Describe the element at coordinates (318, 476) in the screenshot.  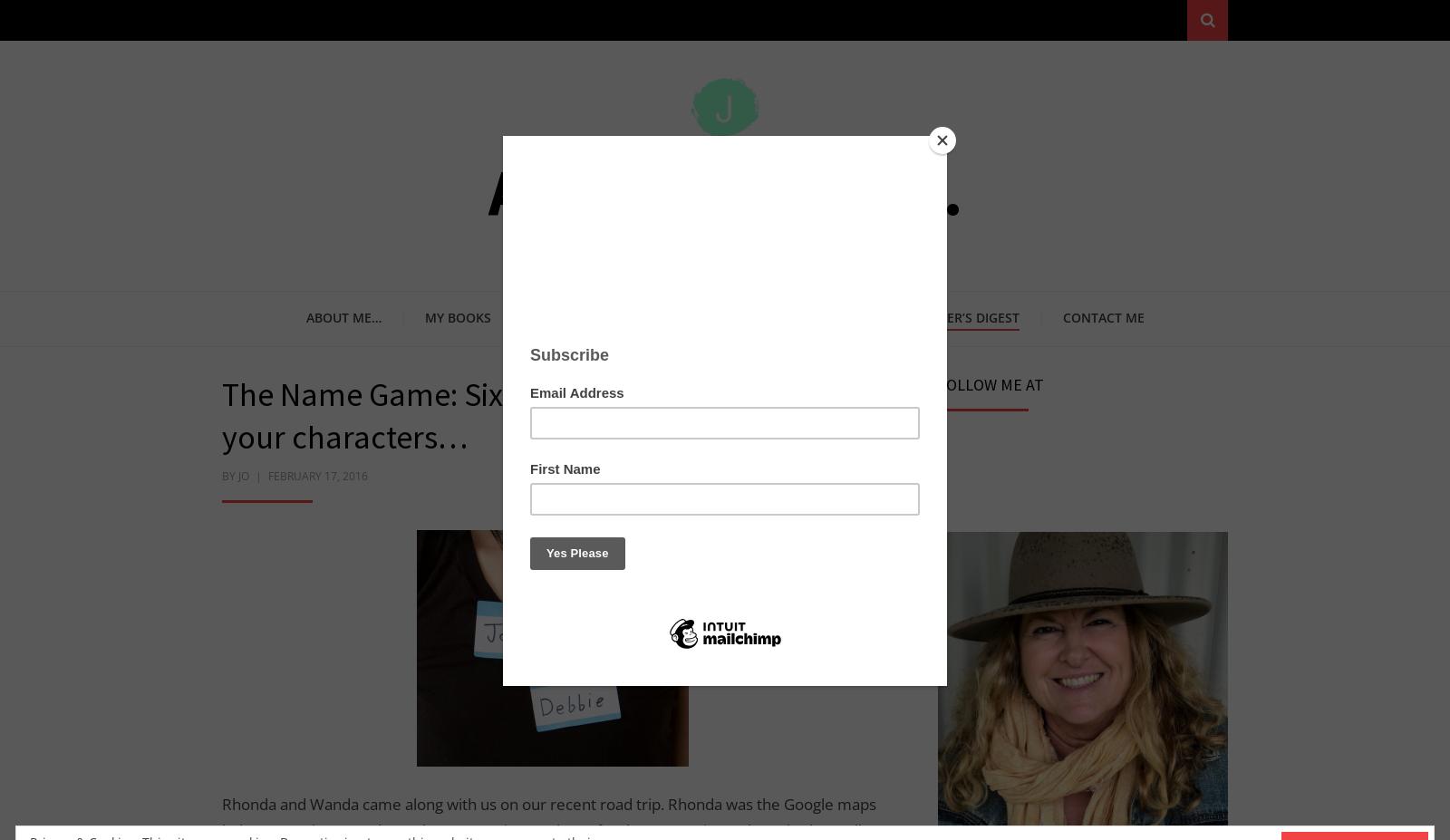
I see `'February 17, 2016'` at that location.